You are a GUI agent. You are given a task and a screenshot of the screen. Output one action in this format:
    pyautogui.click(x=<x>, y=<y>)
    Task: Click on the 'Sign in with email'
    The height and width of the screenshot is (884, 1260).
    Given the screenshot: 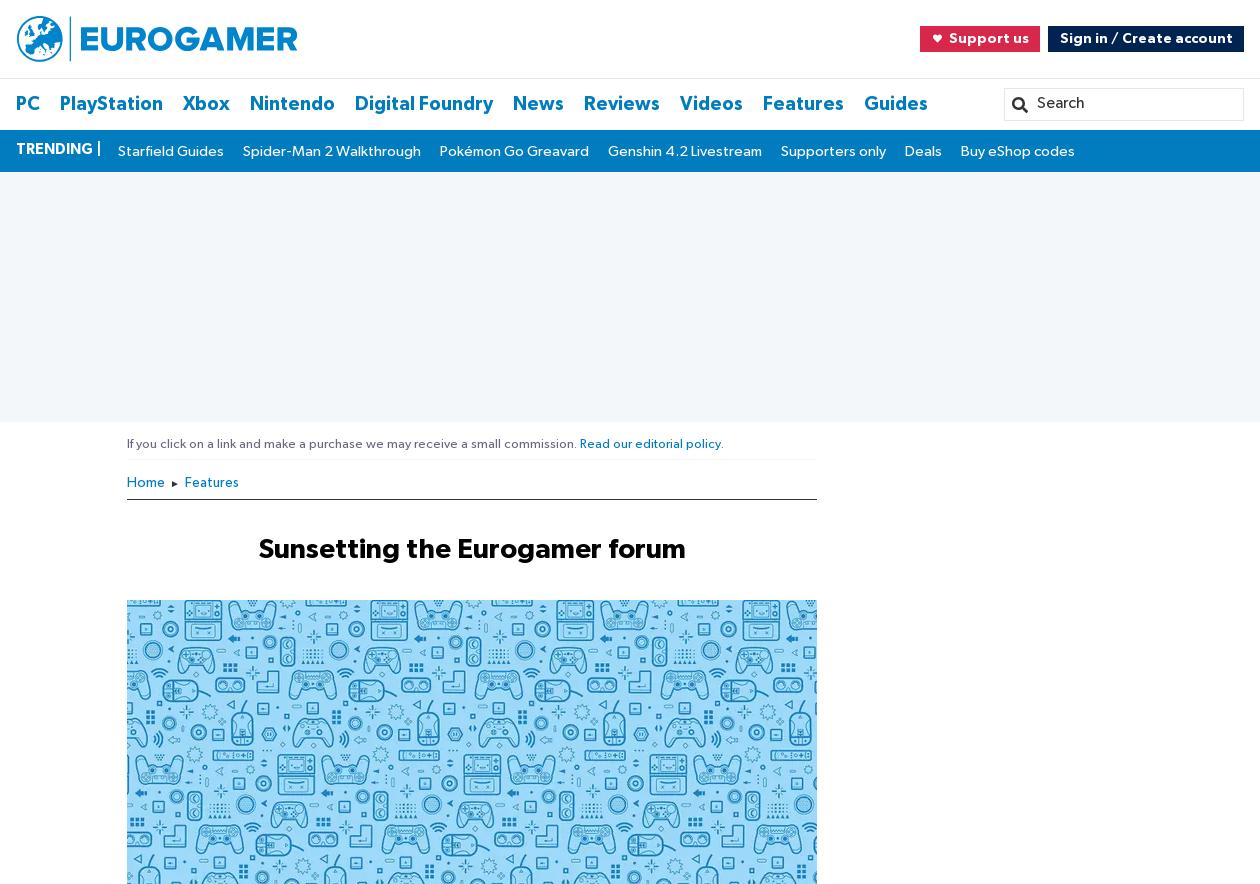 What is the action you would take?
    pyautogui.click(x=342, y=502)
    